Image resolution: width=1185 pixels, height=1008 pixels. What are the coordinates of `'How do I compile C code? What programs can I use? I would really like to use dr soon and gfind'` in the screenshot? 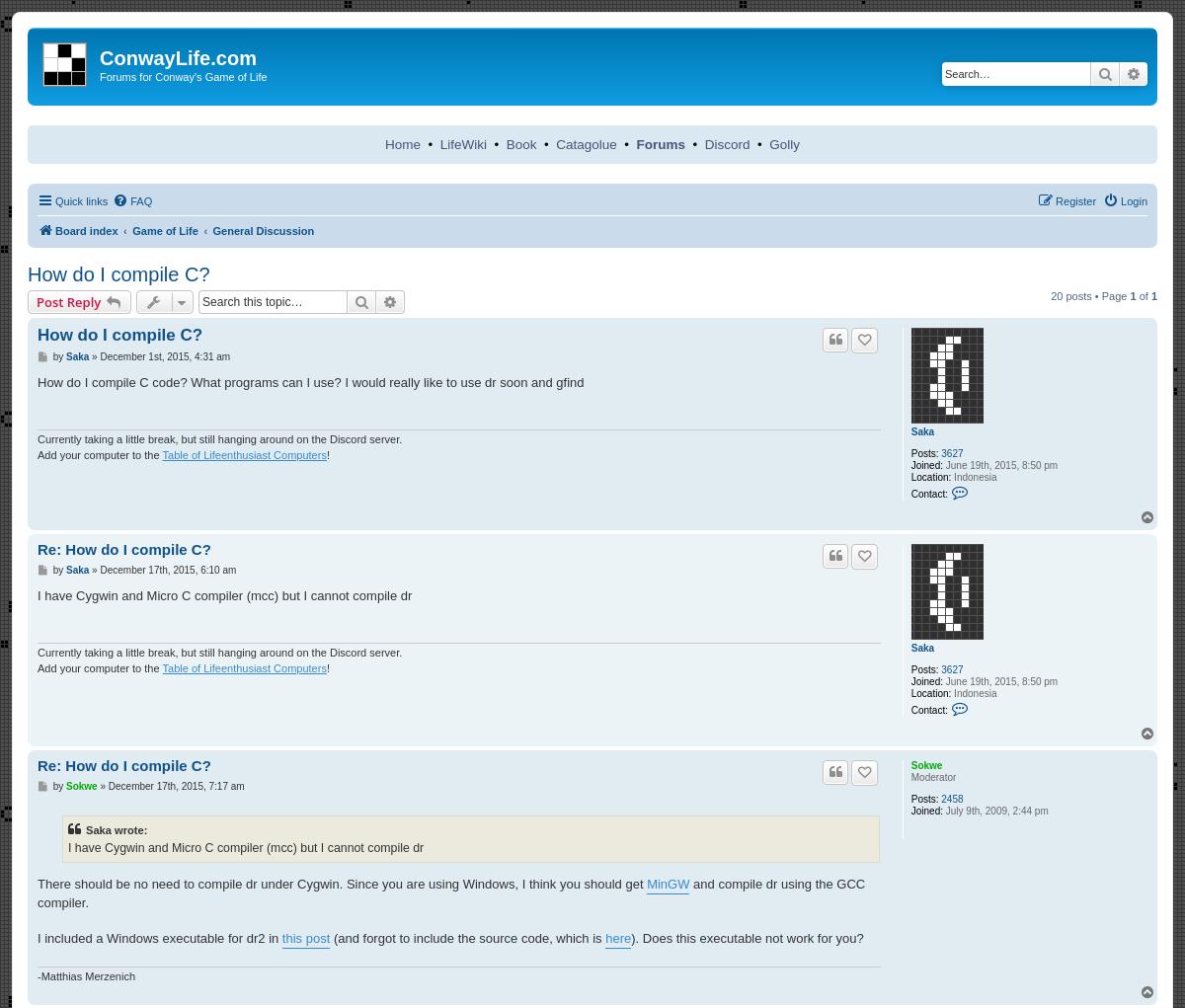 It's located at (310, 381).